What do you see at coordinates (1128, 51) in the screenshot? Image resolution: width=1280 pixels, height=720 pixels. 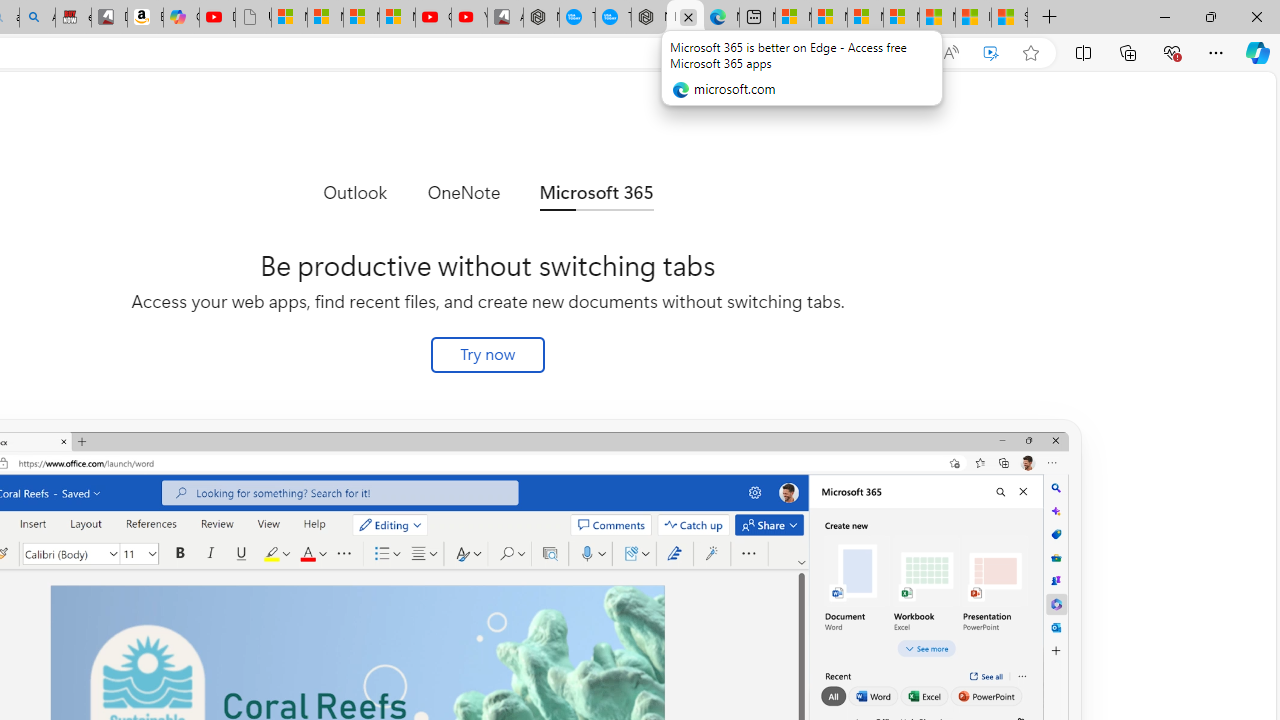 I see `'Collections'` at bounding box center [1128, 51].